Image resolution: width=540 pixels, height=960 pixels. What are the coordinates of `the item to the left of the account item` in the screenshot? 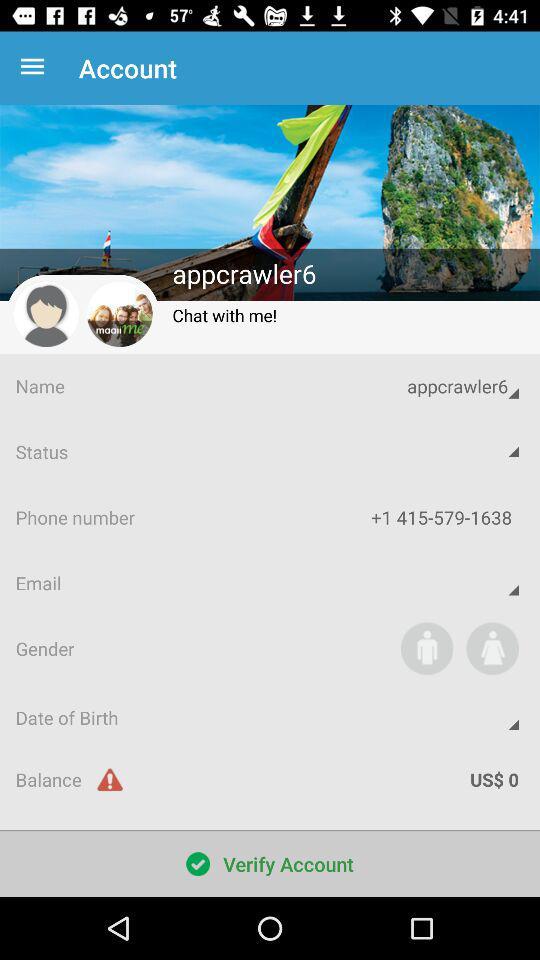 It's located at (36, 68).